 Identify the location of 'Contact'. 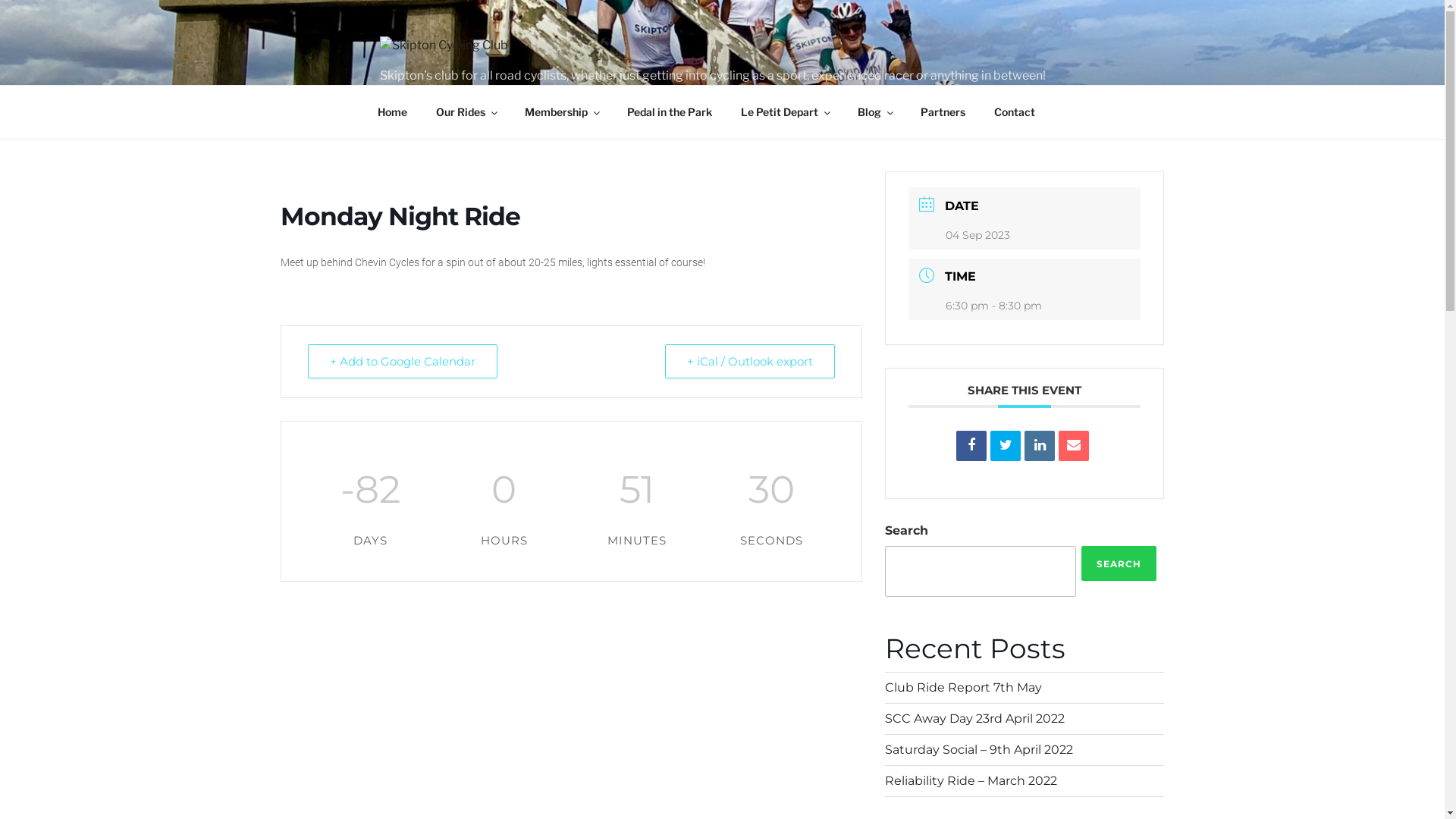
(981, 111).